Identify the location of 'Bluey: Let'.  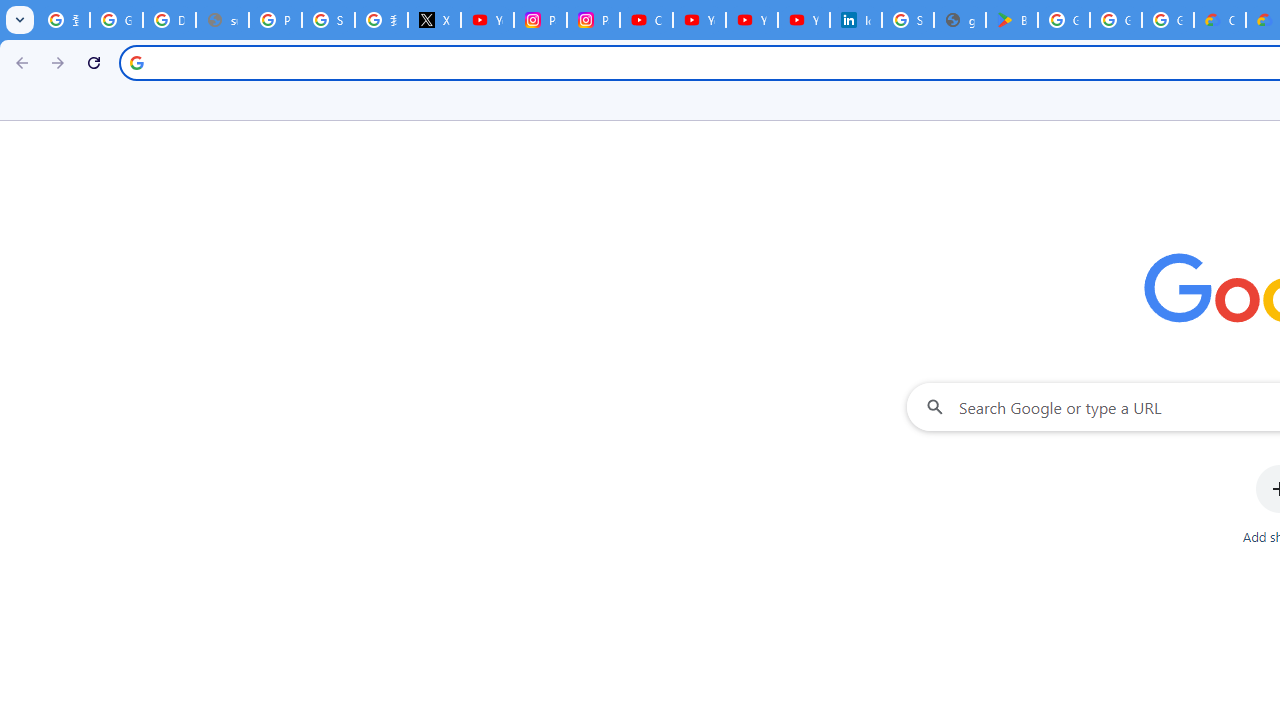
(1011, 20).